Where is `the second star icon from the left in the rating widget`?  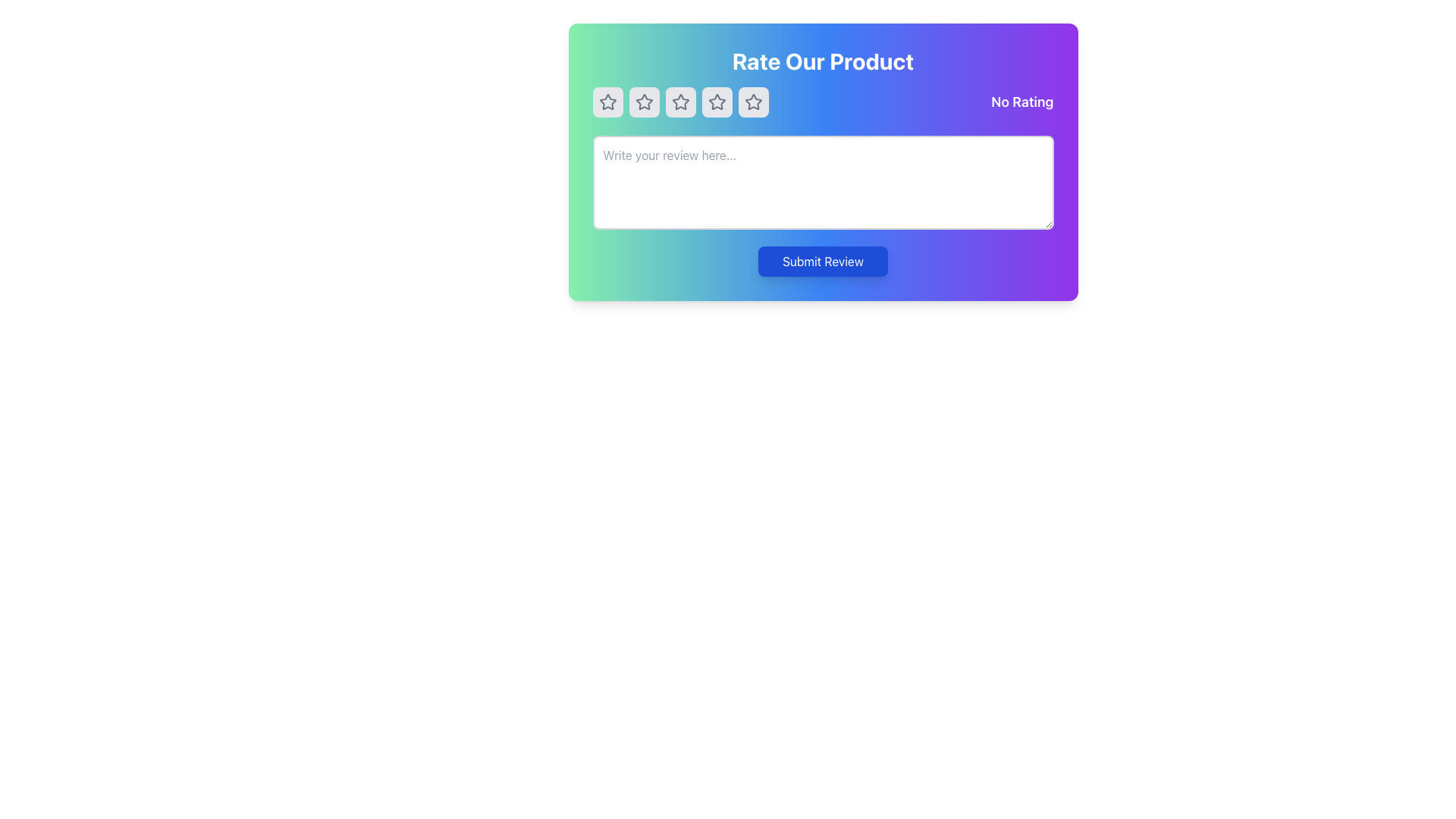 the second star icon from the left in the rating widget is located at coordinates (679, 102).